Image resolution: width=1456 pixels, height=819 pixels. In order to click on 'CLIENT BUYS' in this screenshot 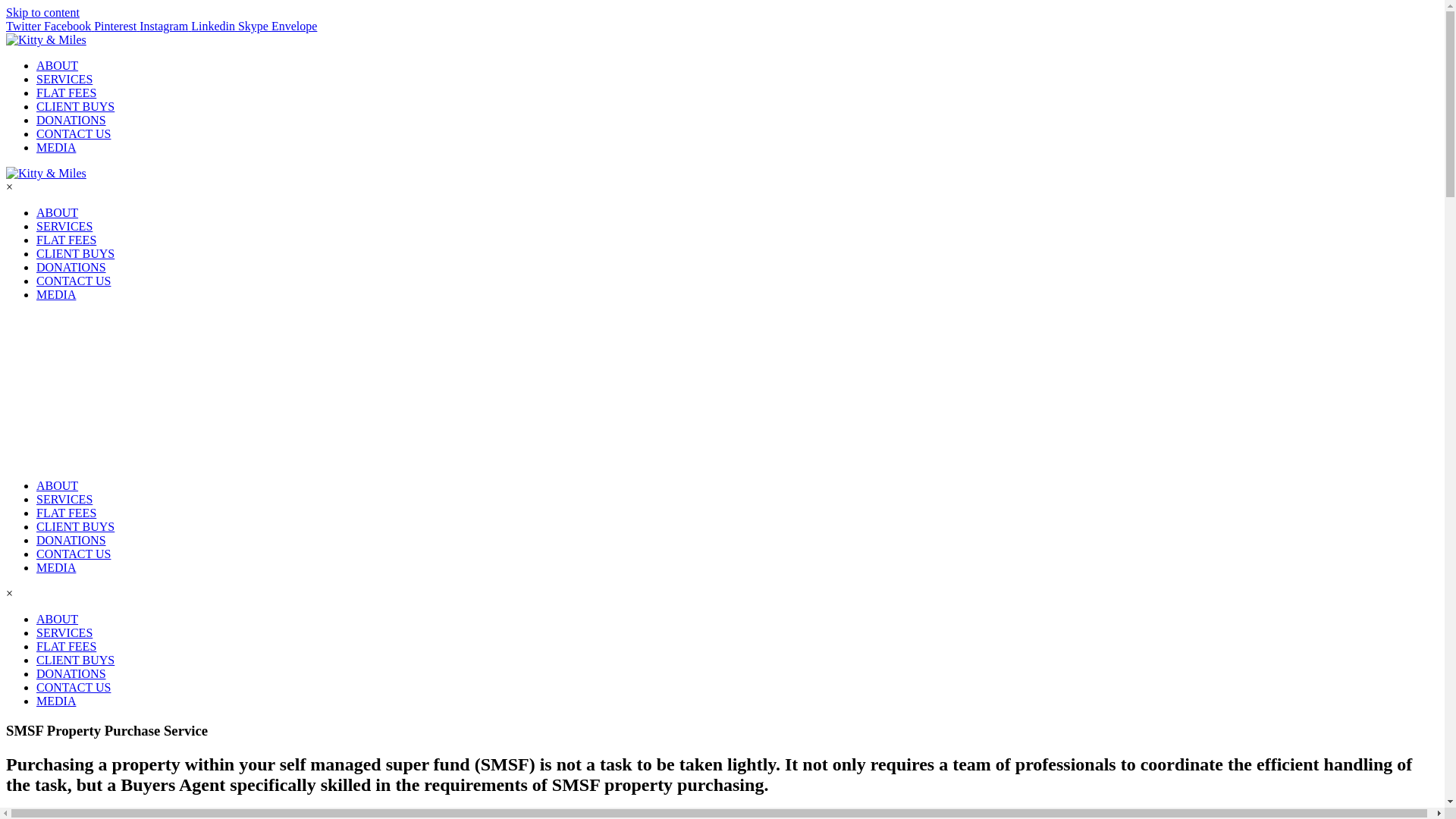, I will do `click(74, 659)`.